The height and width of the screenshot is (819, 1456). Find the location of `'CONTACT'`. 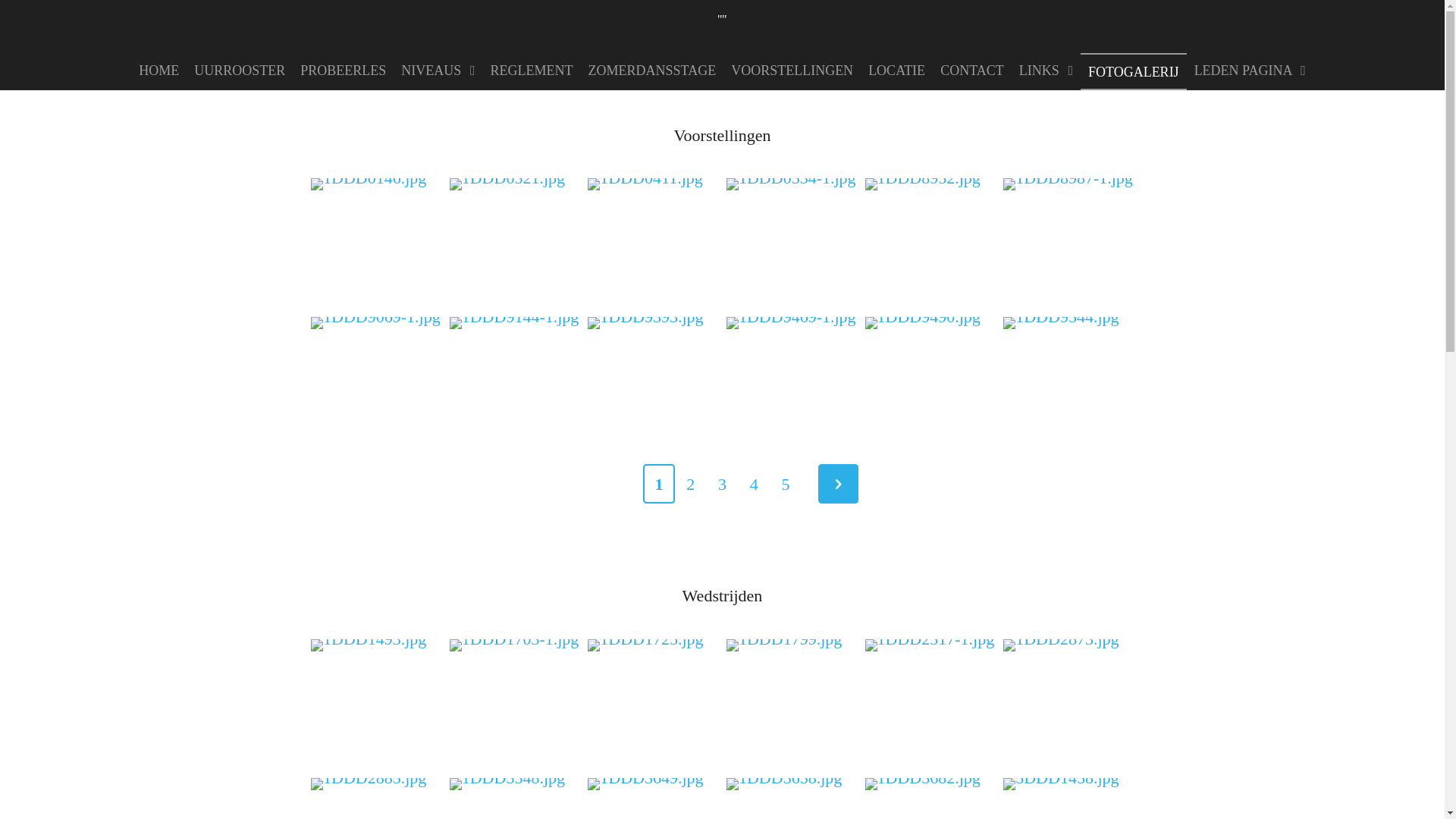

'CONTACT' is located at coordinates (971, 70).